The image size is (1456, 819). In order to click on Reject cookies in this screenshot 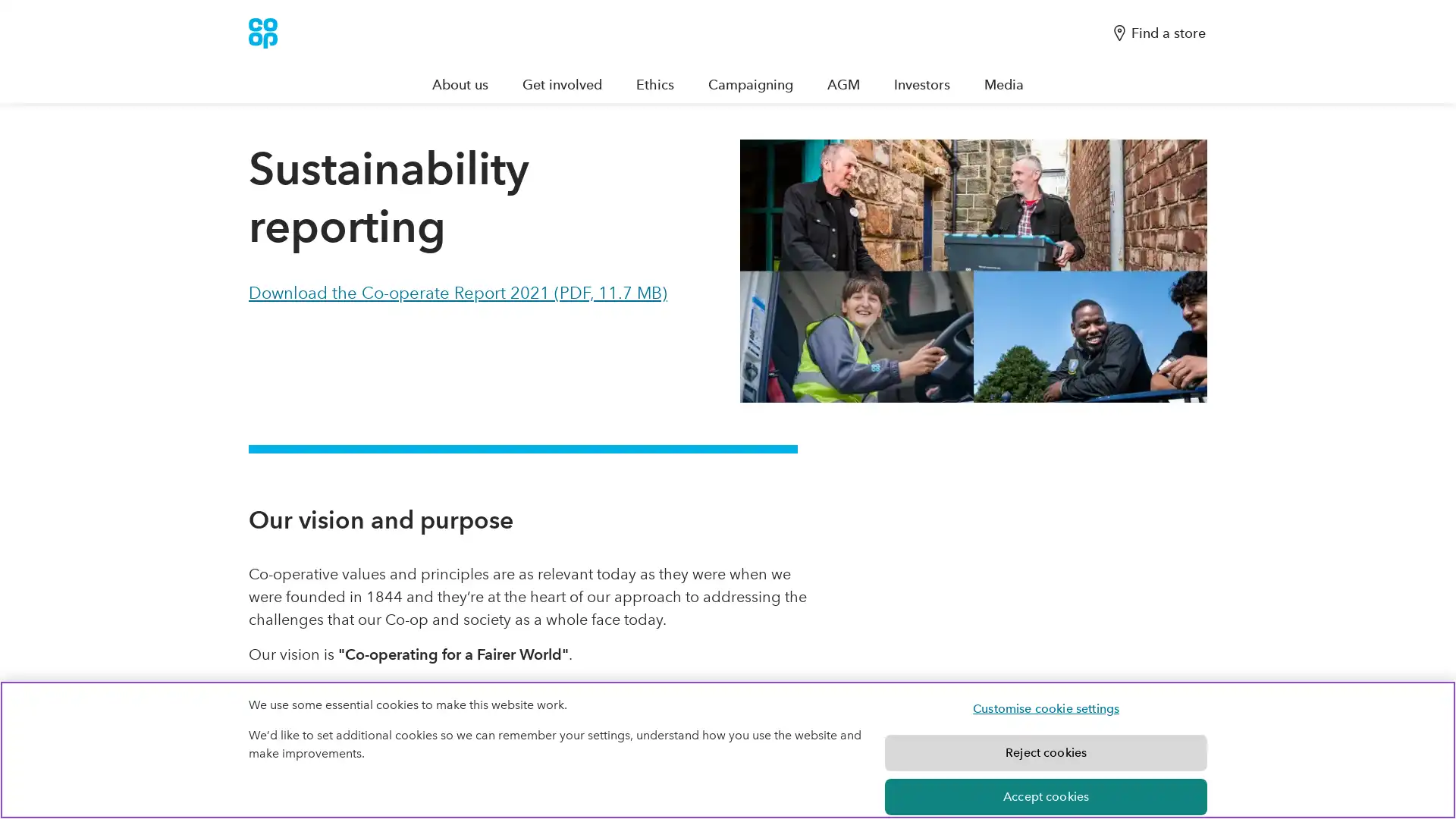, I will do `click(1044, 752)`.